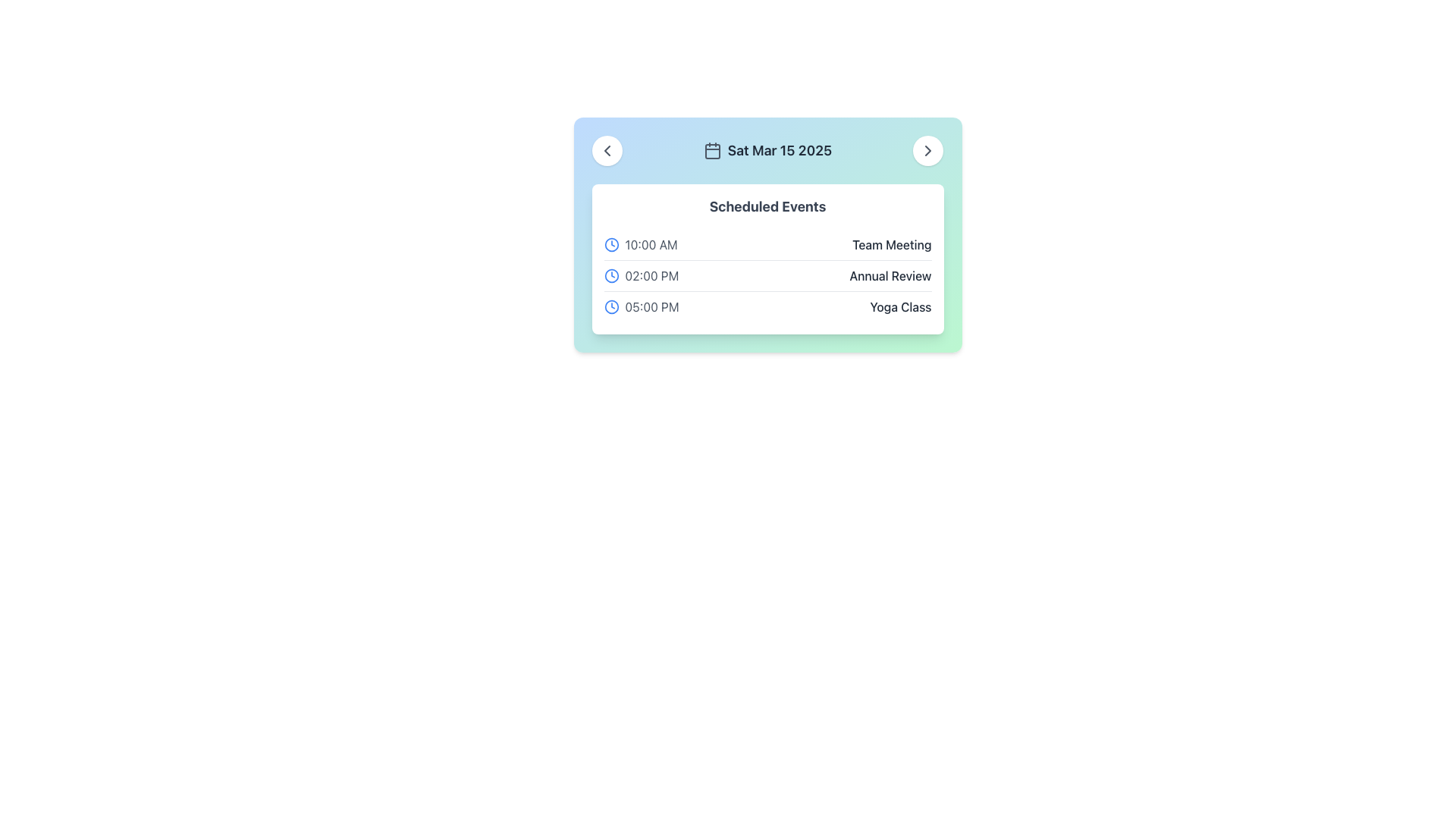 The width and height of the screenshot is (1456, 819). Describe the element at coordinates (767, 276) in the screenshot. I see `the scheduled event list item titled 'Annual Review' which is located in the second row and shows the time '02:00 PM'` at that location.